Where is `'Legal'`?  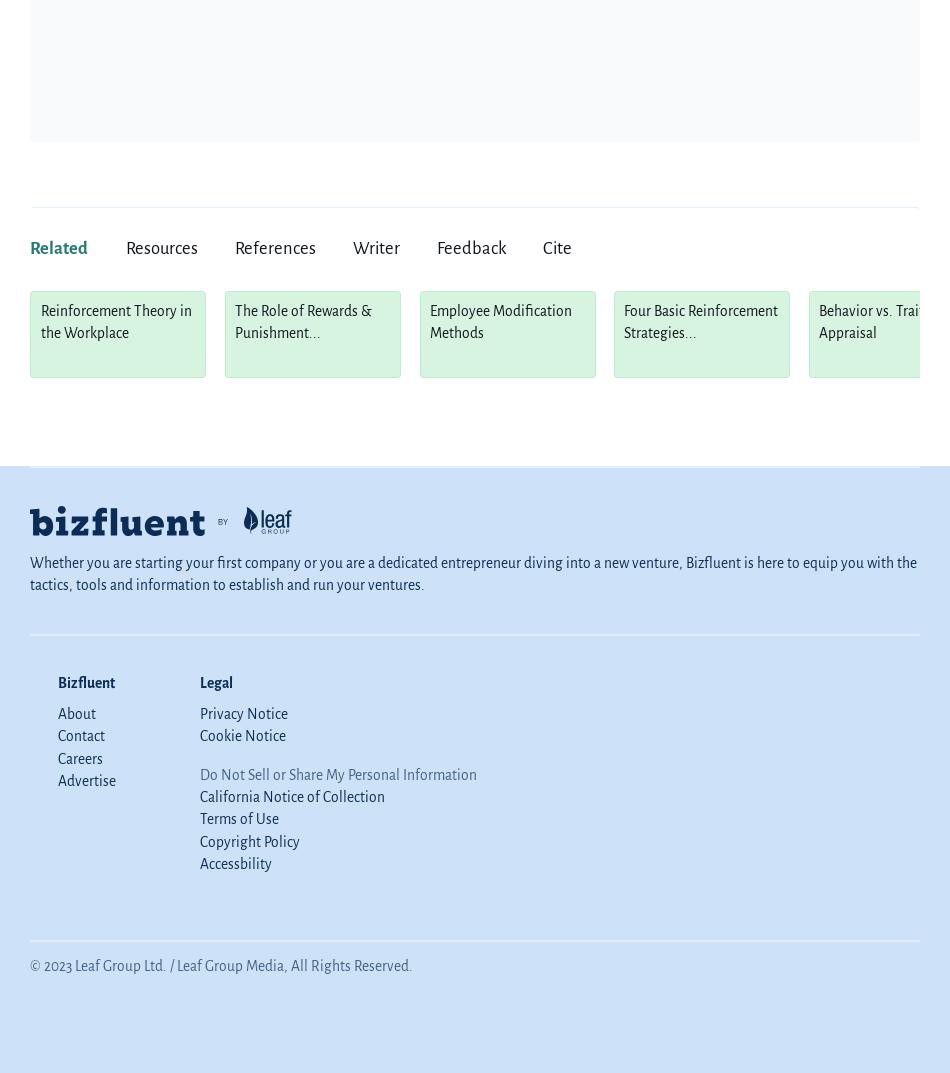 'Legal' is located at coordinates (215, 683).